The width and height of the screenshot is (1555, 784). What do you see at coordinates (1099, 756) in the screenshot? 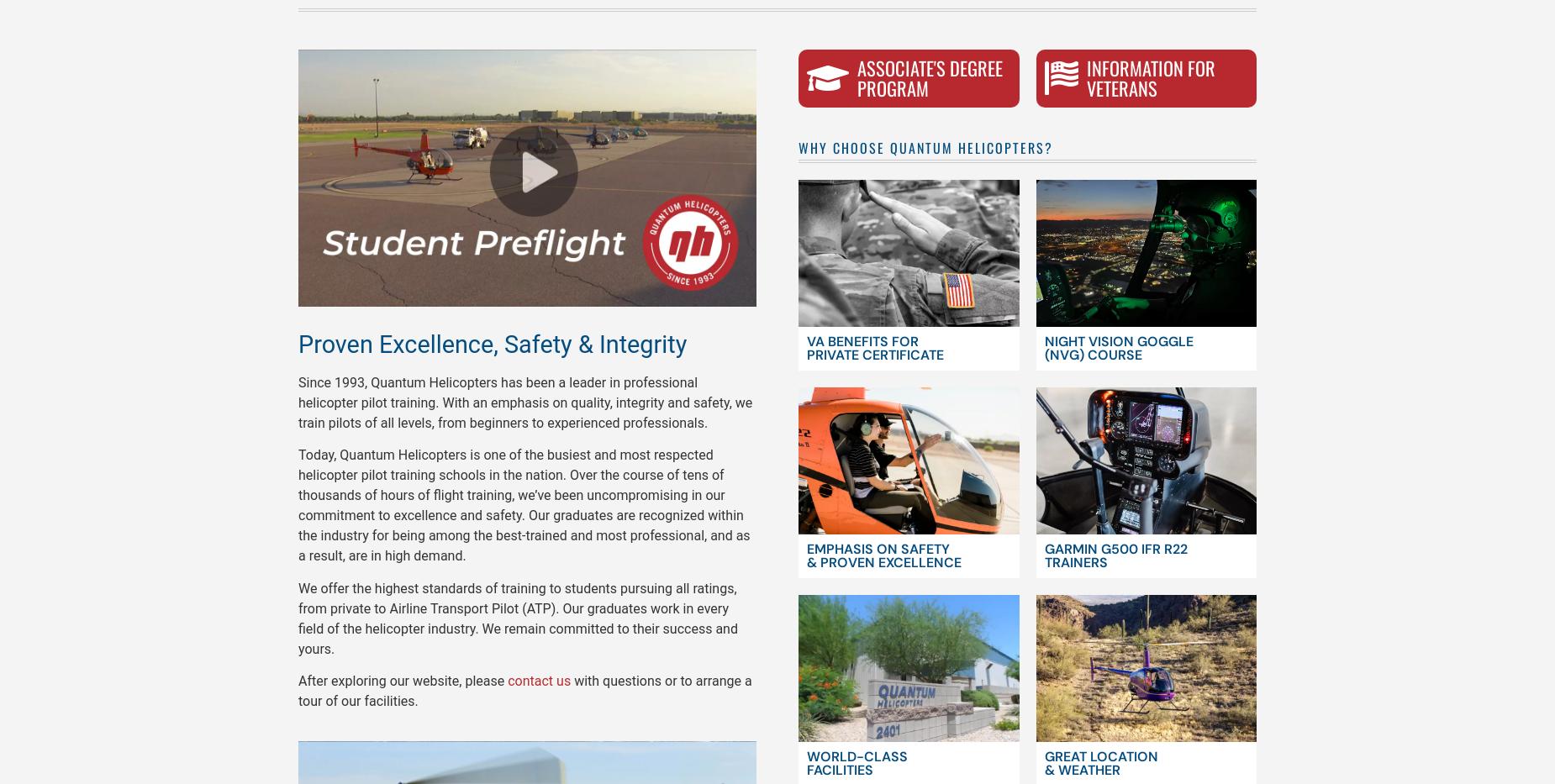
I see `'Great Location'` at bounding box center [1099, 756].